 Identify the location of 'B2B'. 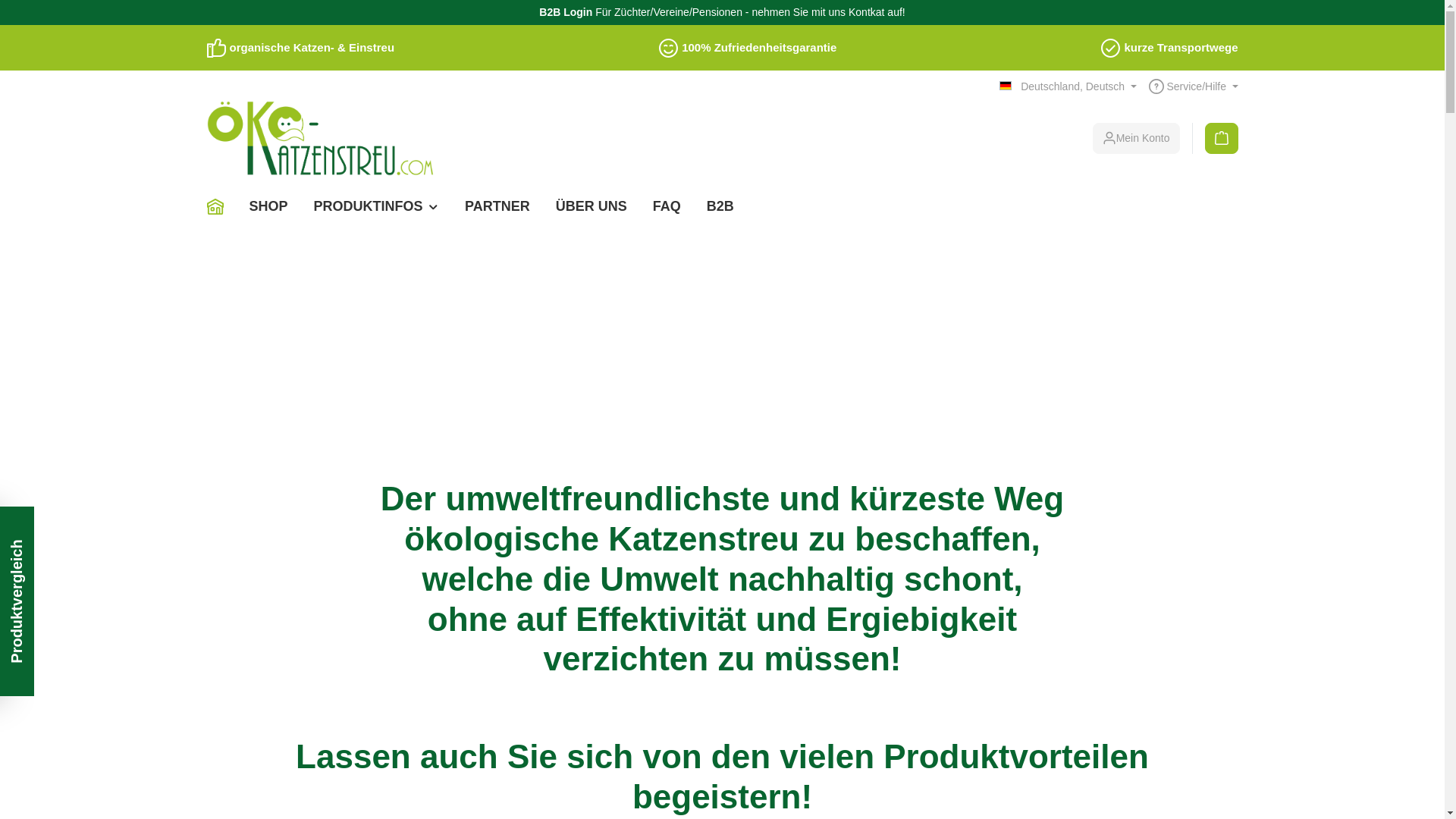
(720, 206).